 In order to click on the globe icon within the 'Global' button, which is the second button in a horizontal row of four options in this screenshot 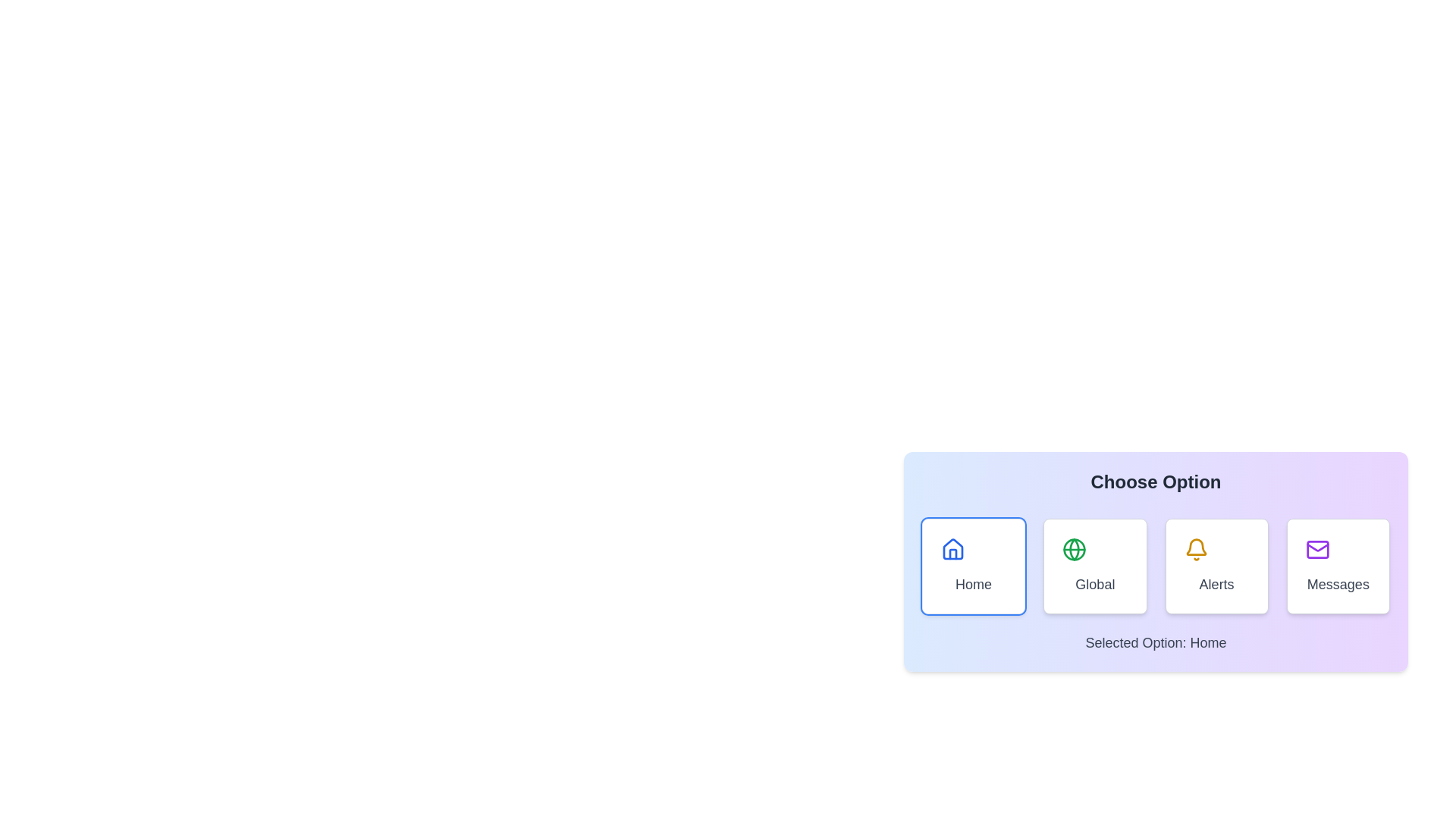, I will do `click(1074, 550)`.